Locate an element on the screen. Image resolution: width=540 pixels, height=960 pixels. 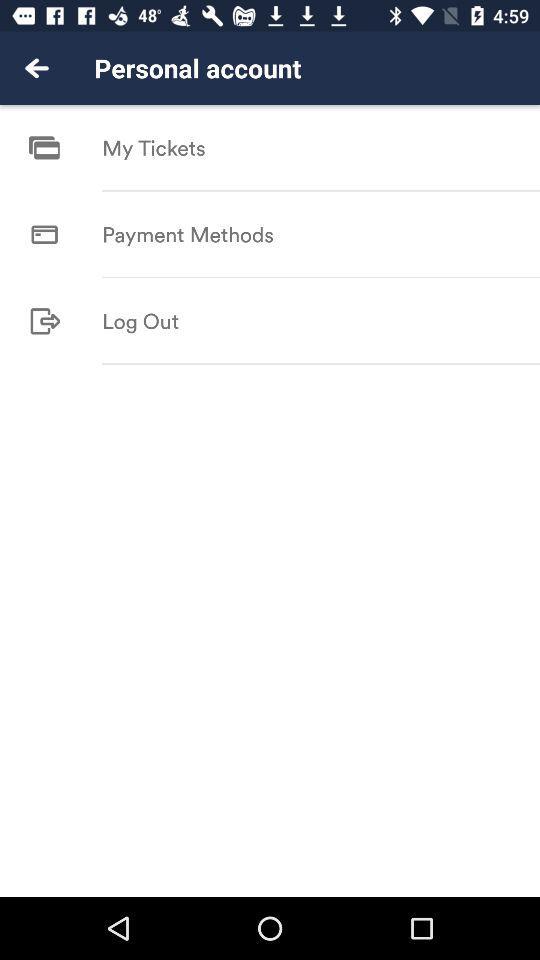
the icon above the payment methods is located at coordinates (321, 190).